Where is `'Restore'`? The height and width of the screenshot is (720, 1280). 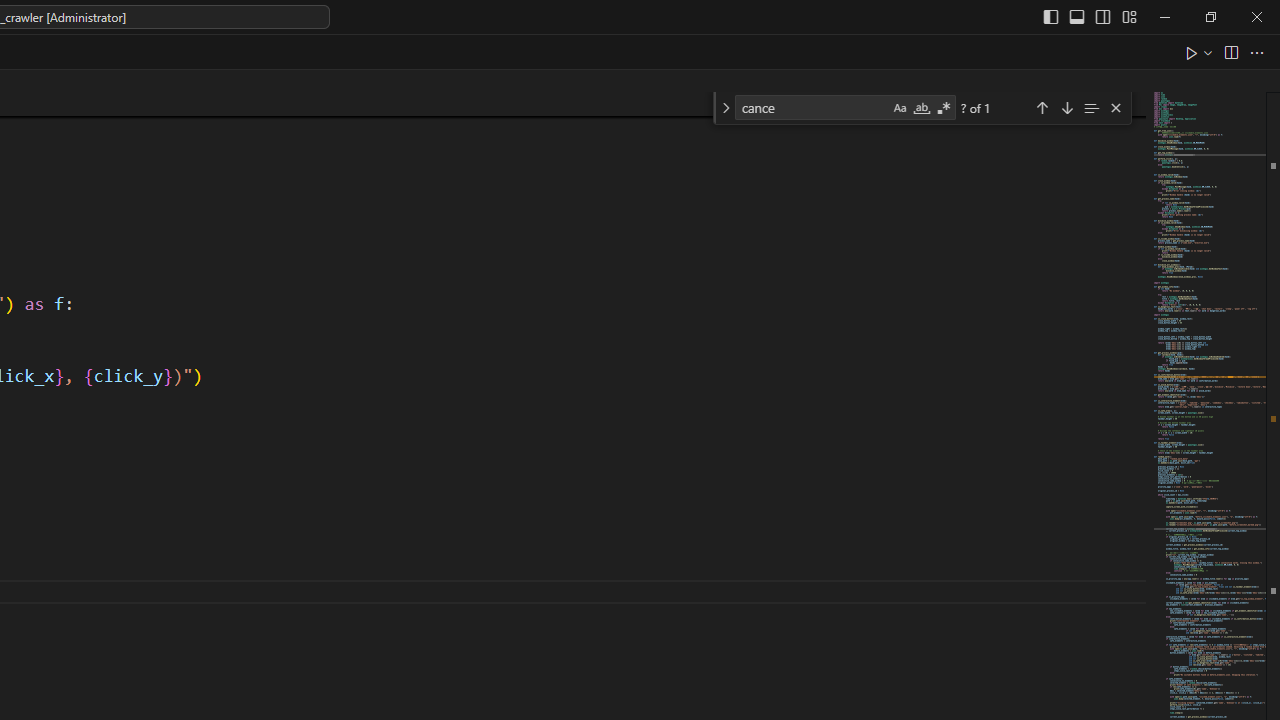
'Restore' is located at coordinates (1209, 16).